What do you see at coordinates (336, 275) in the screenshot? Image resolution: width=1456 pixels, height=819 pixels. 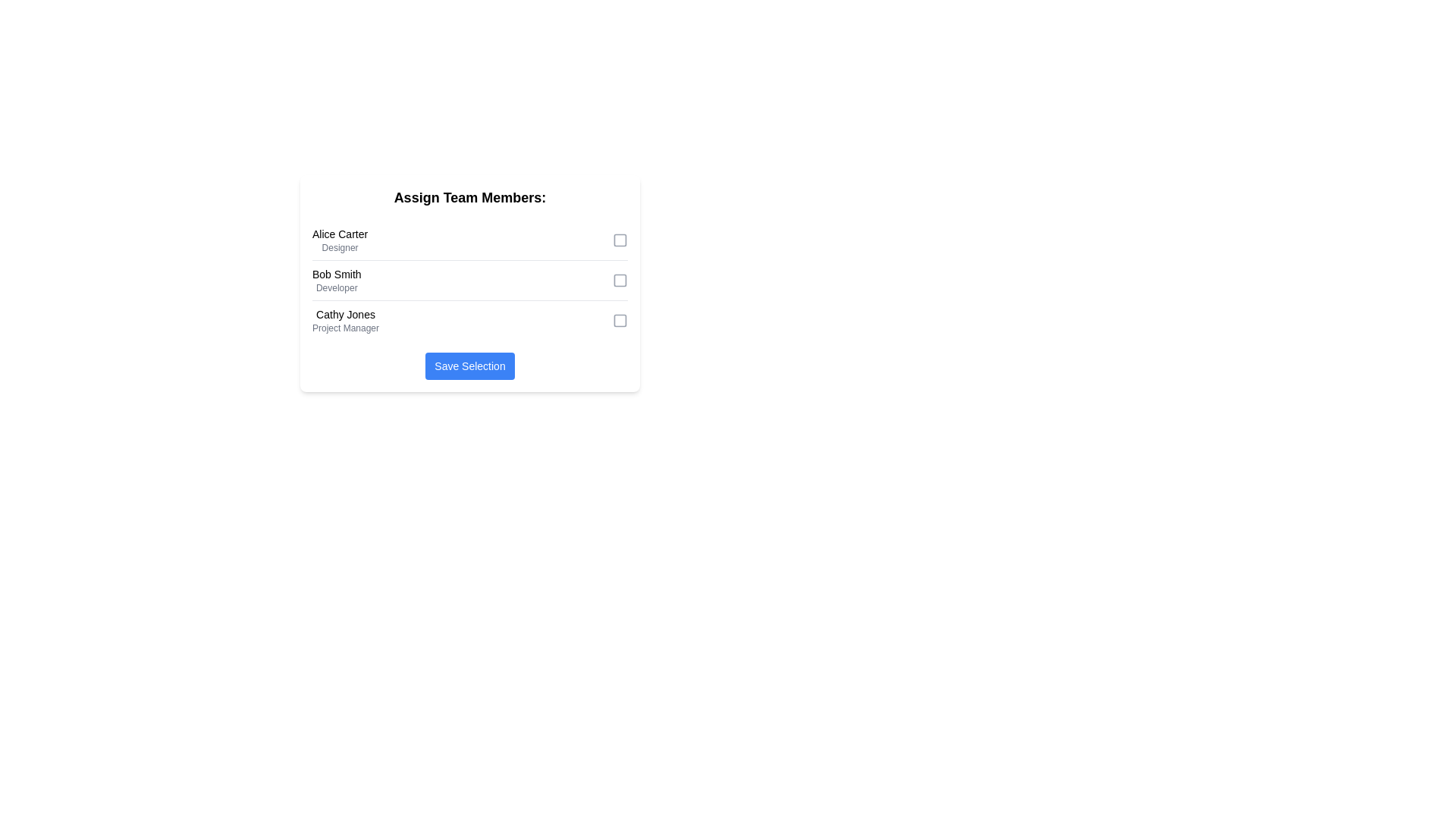 I see `the text label displaying the name 'Bob Smith' which is in bold black font, located above the role description 'Developer'` at bounding box center [336, 275].